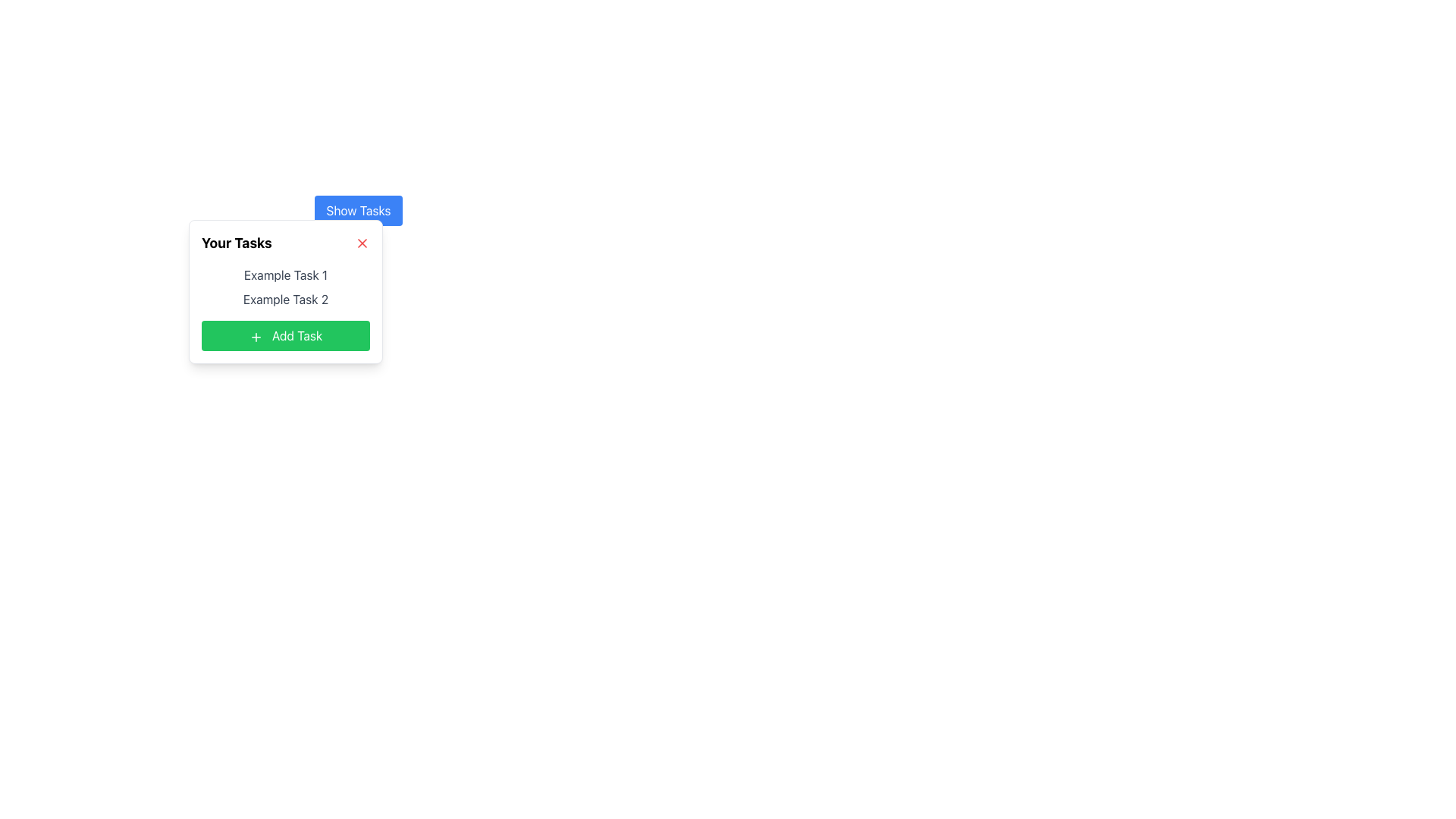 The image size is (1456, 819). What do you see at coordinates (362, 242) in the screenshot?
I see `the Close button icon located in the top-right corner of the task panel` at bounding box center [362, 242].